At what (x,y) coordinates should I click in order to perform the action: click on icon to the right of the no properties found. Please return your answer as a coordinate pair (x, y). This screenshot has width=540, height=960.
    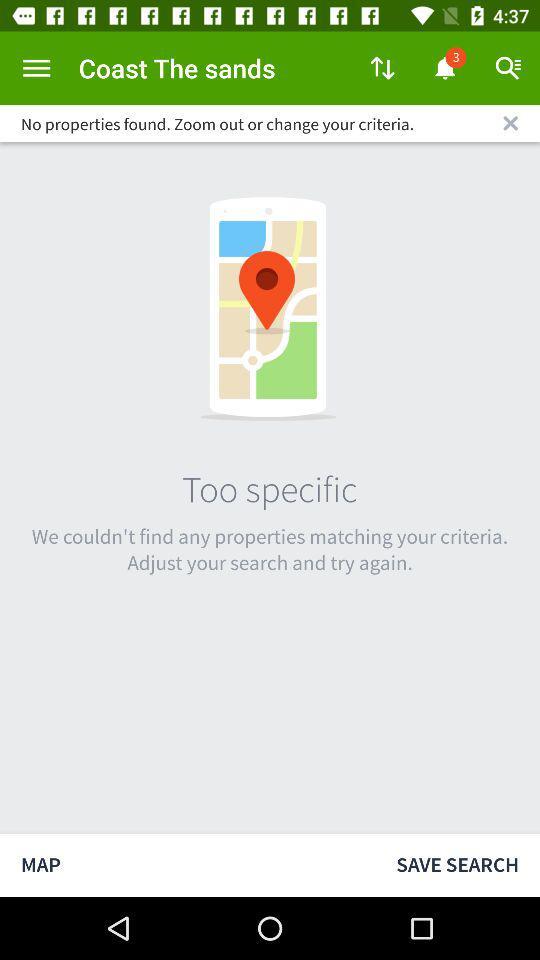
    Looking at the image, I should click on (510, 122).